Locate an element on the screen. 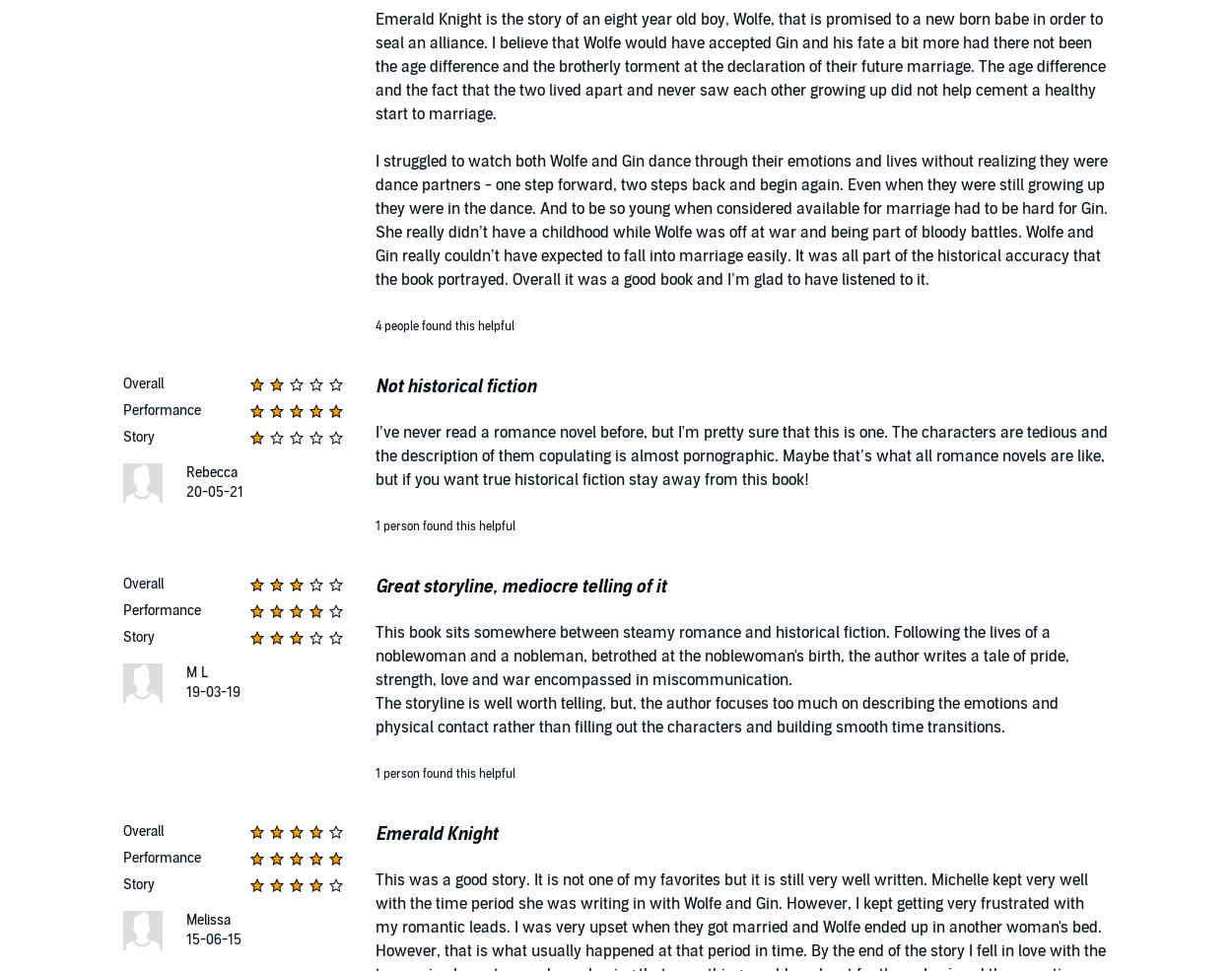  'I struggled to watch both Wolfe and Gin dance through their emotions and lives without realizing they were dance partners  - one step forward, two steps back and begin again. Even when they were still growing up they were in the dance. And to be so young when considered available for marriage had to be hard for Gin. She really didn’t have a childhood while Wolfe was off at war and being part of bloody battles. Wolfe and Gin really couldn’t have expected to fall into marriage easily. It was all part of the historical accuracy that the book portrayed.  Overall it was a good book and I’m glad to have listened to it.' is located at coordinates (741, 219).